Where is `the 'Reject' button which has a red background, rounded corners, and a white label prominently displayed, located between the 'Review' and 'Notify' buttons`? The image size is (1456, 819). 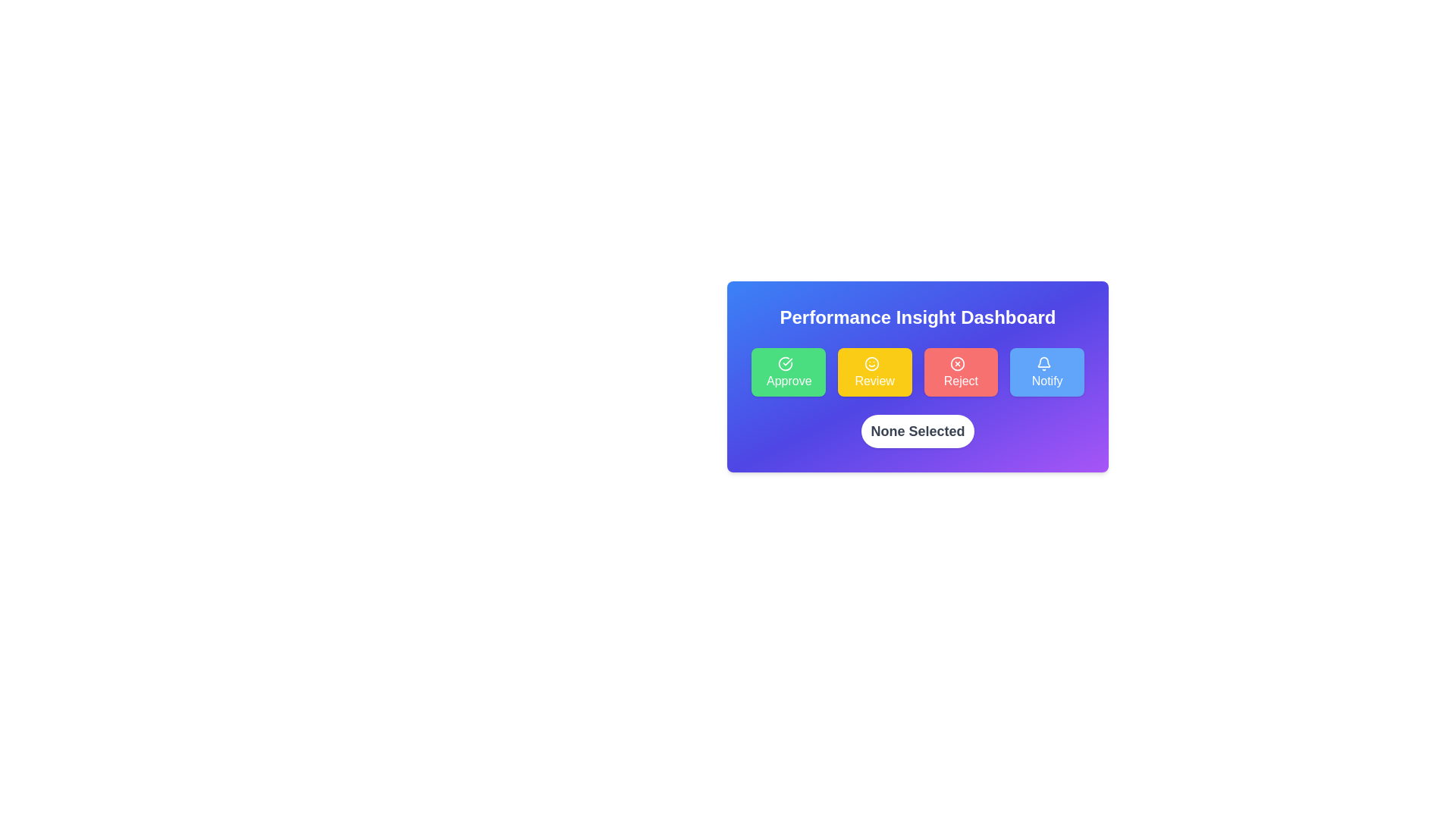 the 'Reject' button which has a red background, rounded corners, and a white label prominently displayed, located between the 'Review' and 'Notify' buttons is located at coordinates (960, 372).